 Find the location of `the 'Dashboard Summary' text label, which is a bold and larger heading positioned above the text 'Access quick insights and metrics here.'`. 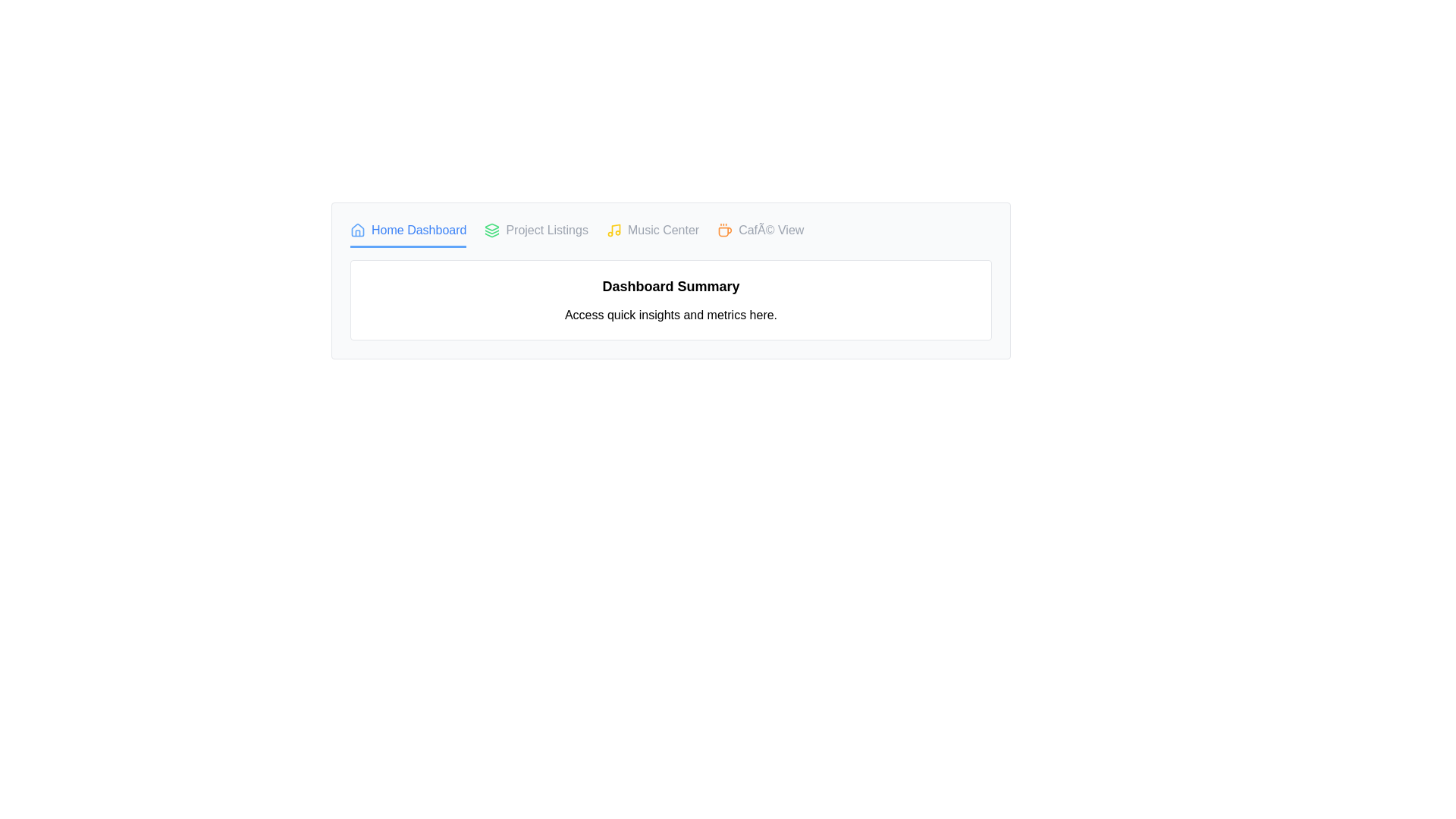

the 'Dashboard Summary' text label, which is a bold and larger heading positioned above the text 'Access quick insights and metrics here.' is located at coordinates (670, 287).